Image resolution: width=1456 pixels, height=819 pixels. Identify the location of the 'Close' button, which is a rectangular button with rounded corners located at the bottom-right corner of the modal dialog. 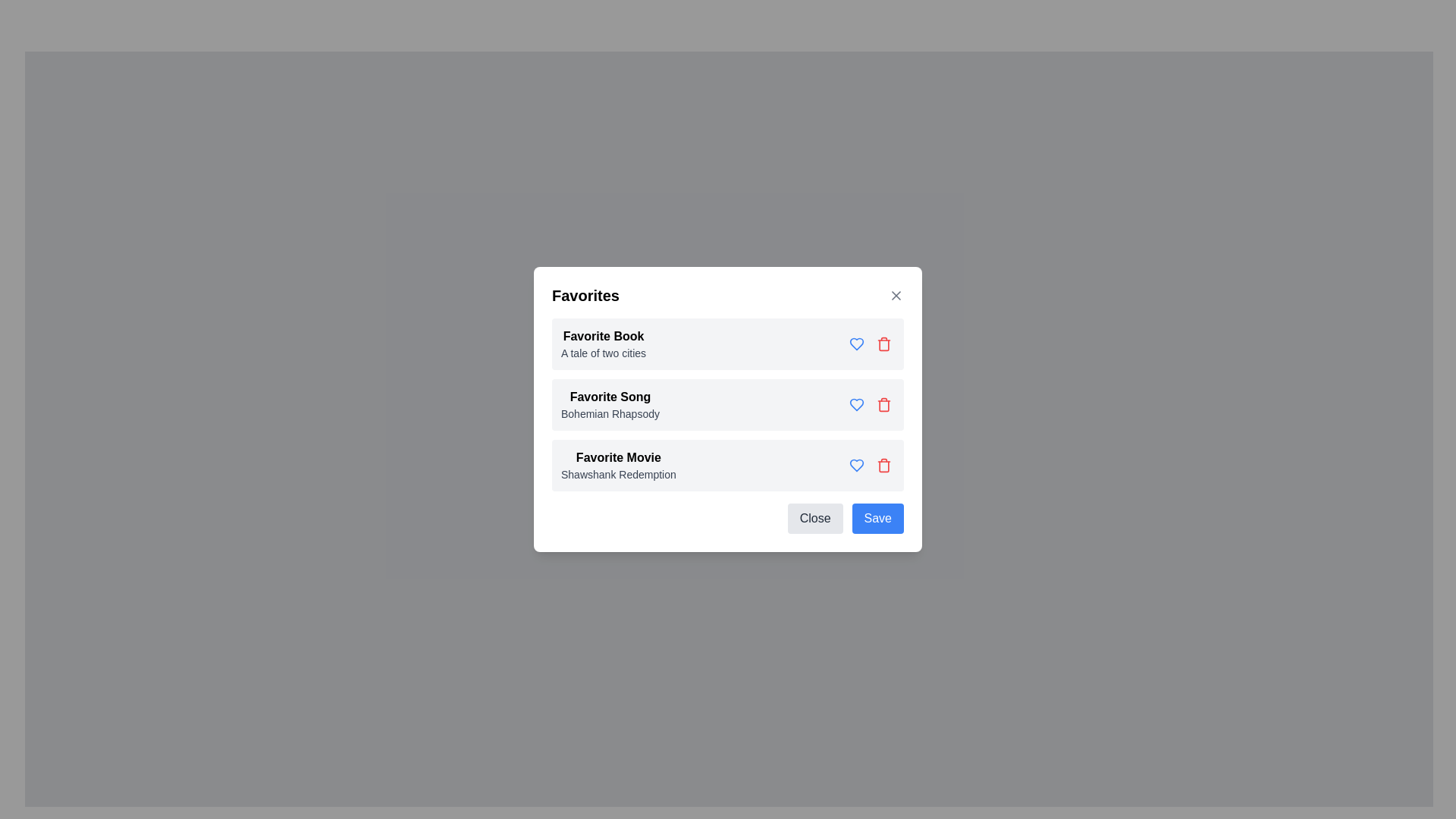
(814, 517).